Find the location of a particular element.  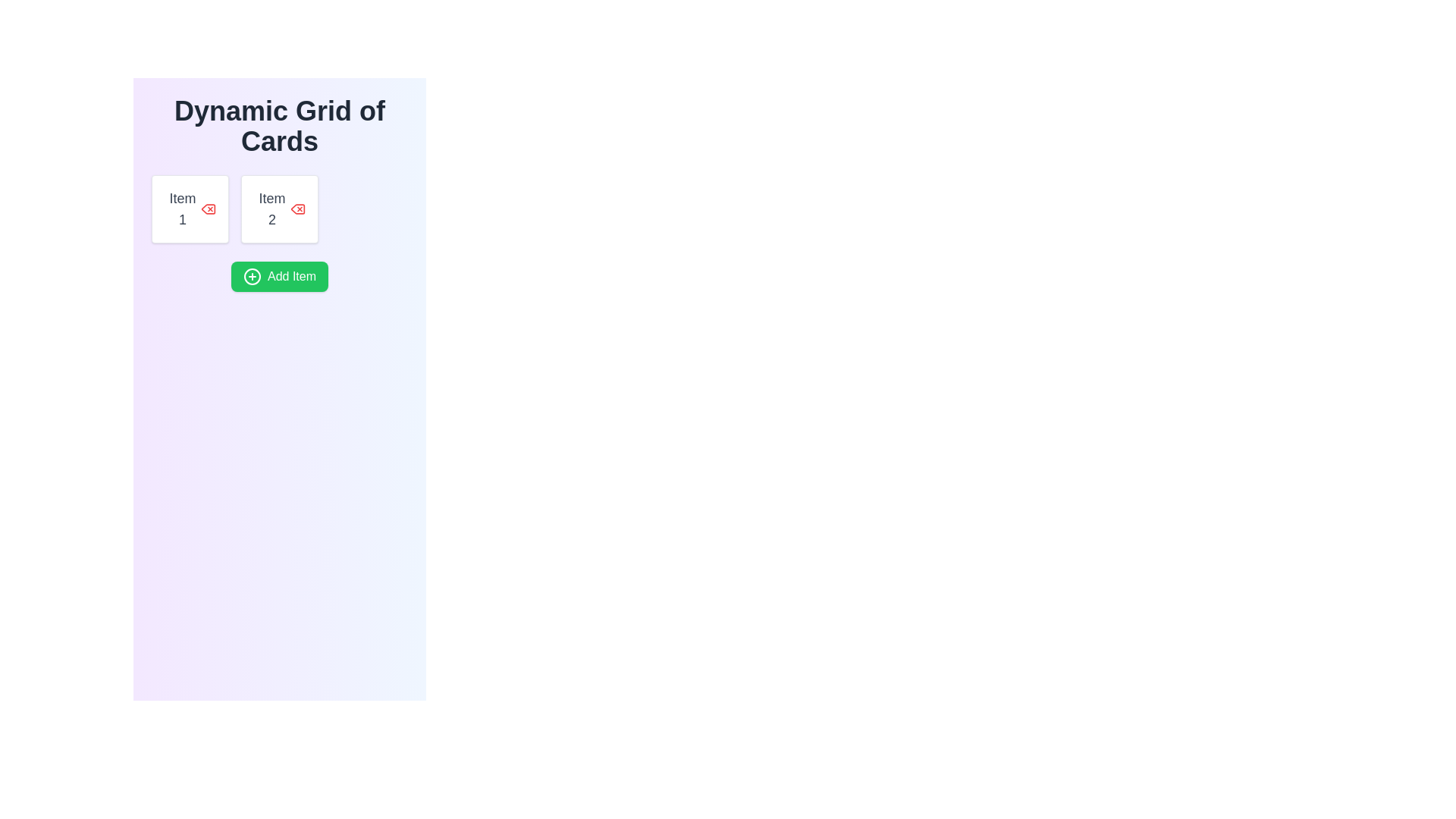

the text label is located at coordinates (182, 209).